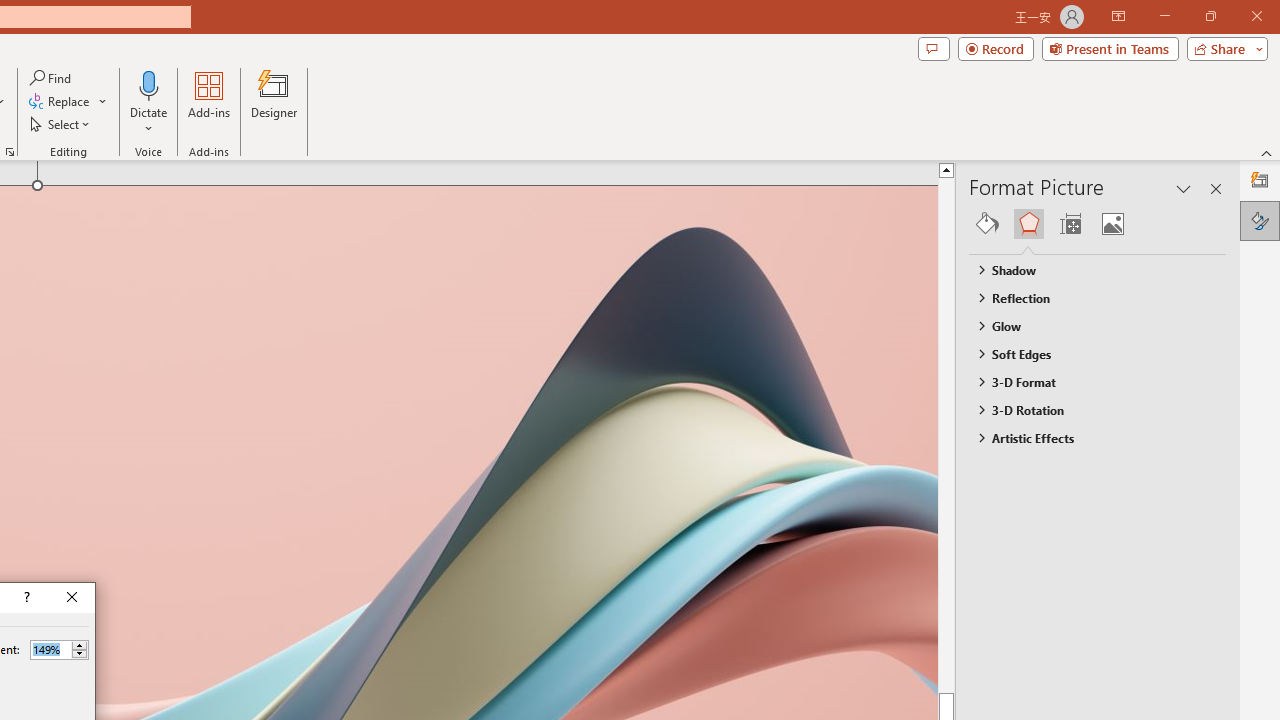 The image size is (1280, 720). Describe the element at coordinates (148, 84) in the screenshot. I see `'Dictate'` at that location.